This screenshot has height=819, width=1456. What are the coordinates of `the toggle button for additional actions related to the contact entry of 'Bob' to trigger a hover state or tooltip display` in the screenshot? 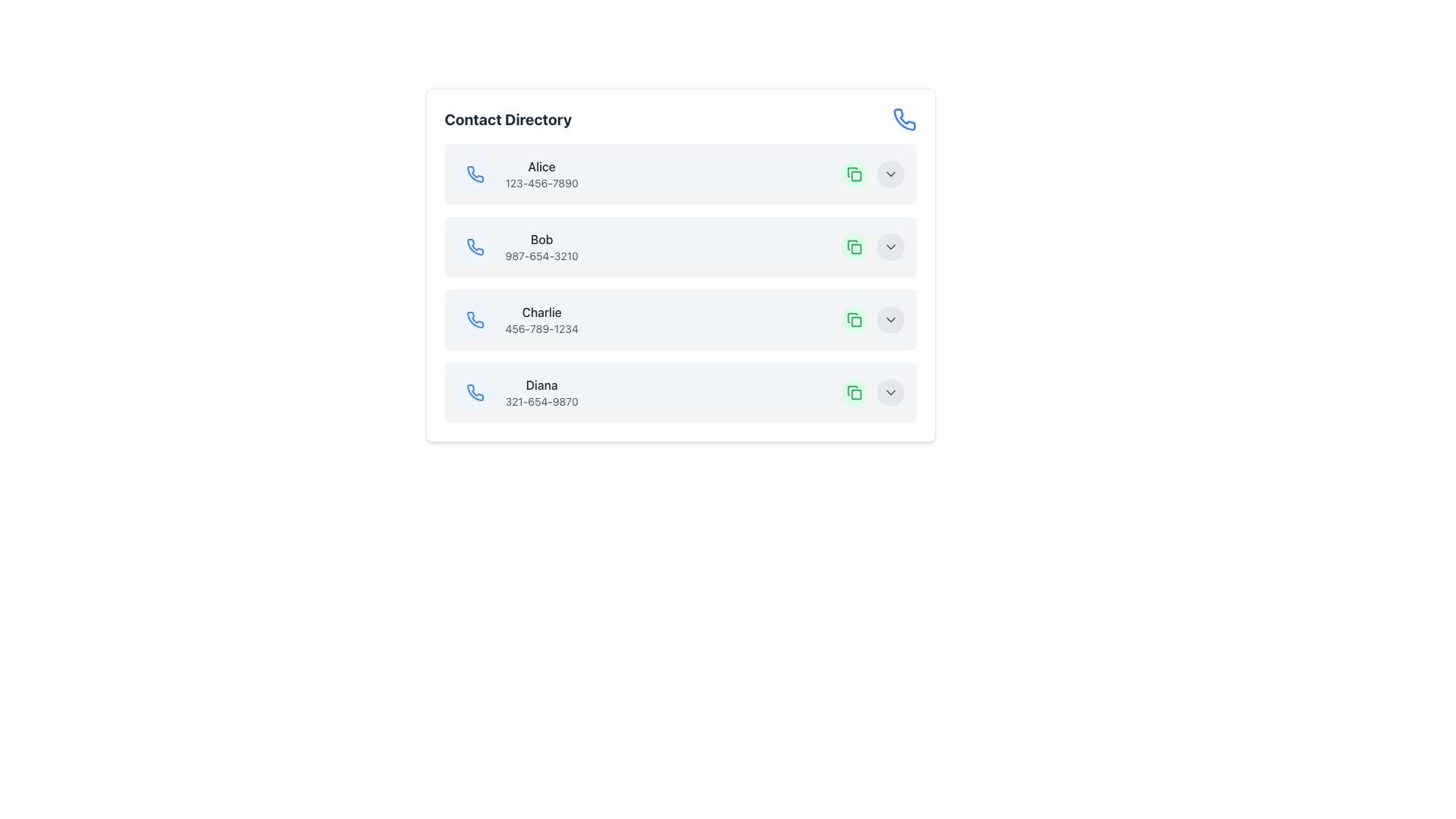 It's located at (890, 246).